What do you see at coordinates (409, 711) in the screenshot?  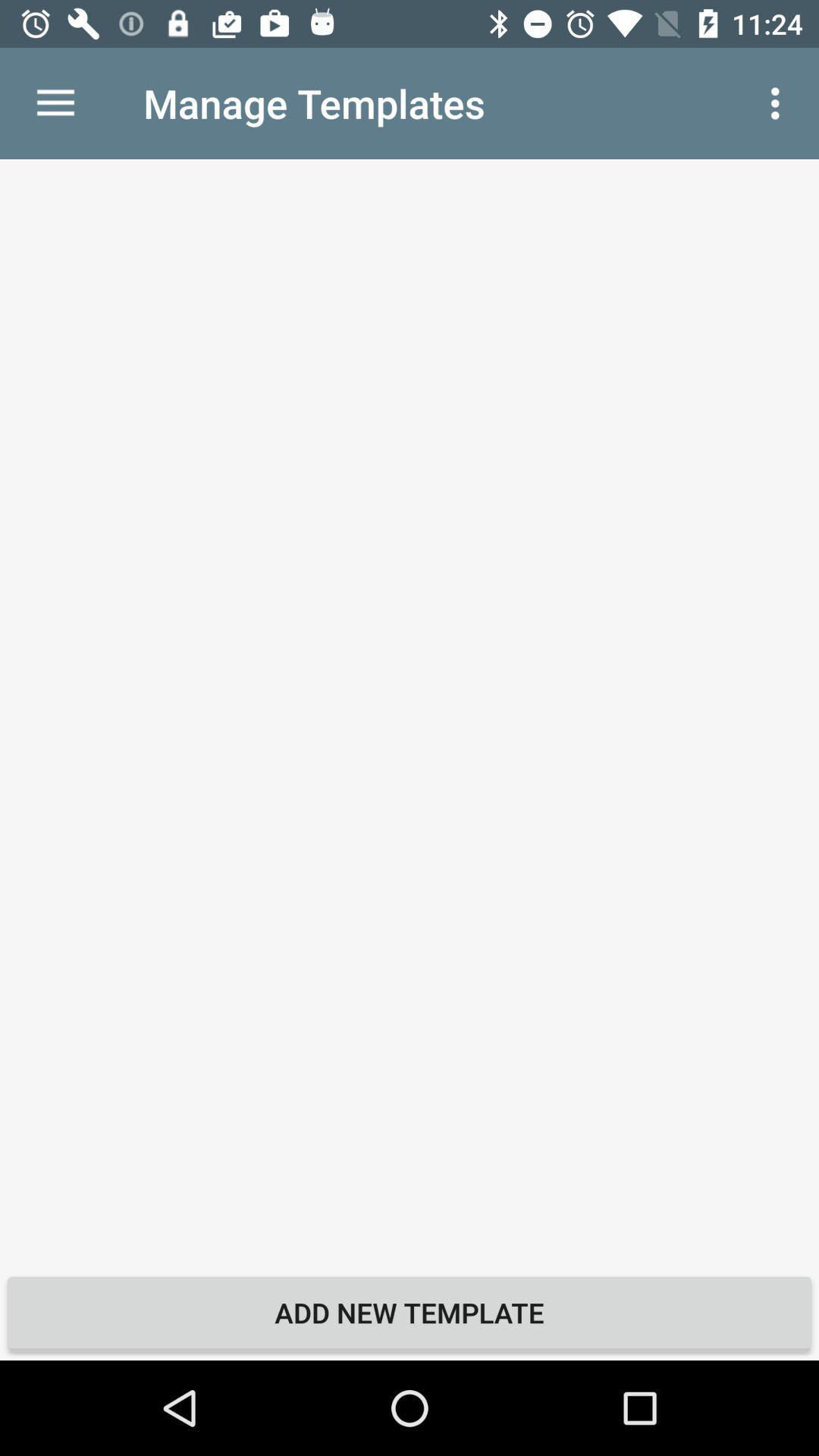 I see `item at the center` at bounding box center [409, 711].